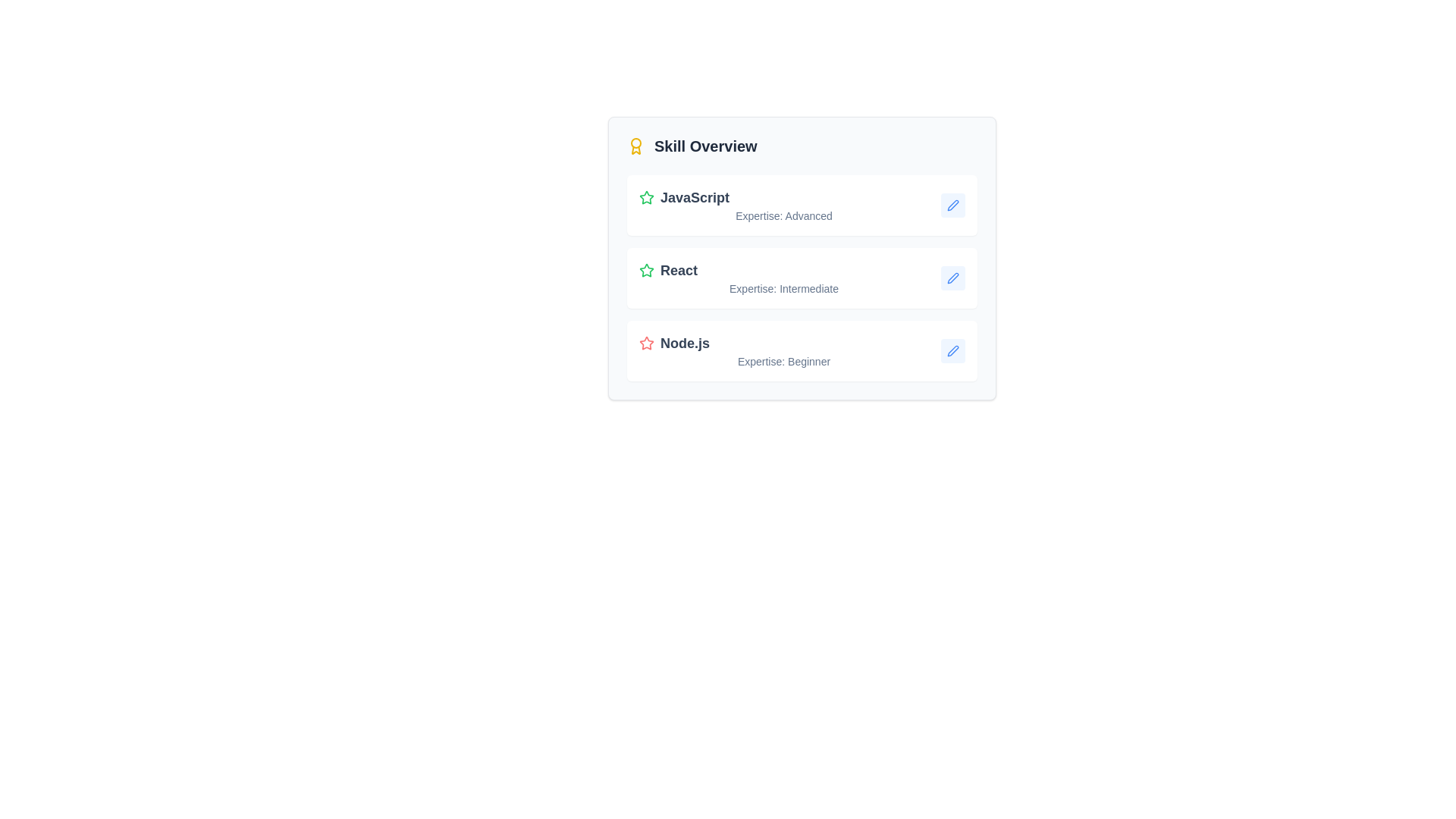  What do you see at coordinates (636, 143) in the screenshot?
I see `the circular base of the badge-like icon, which serves as a decorative part symbolizing importance or achievement` at bounding box center [636, 143].